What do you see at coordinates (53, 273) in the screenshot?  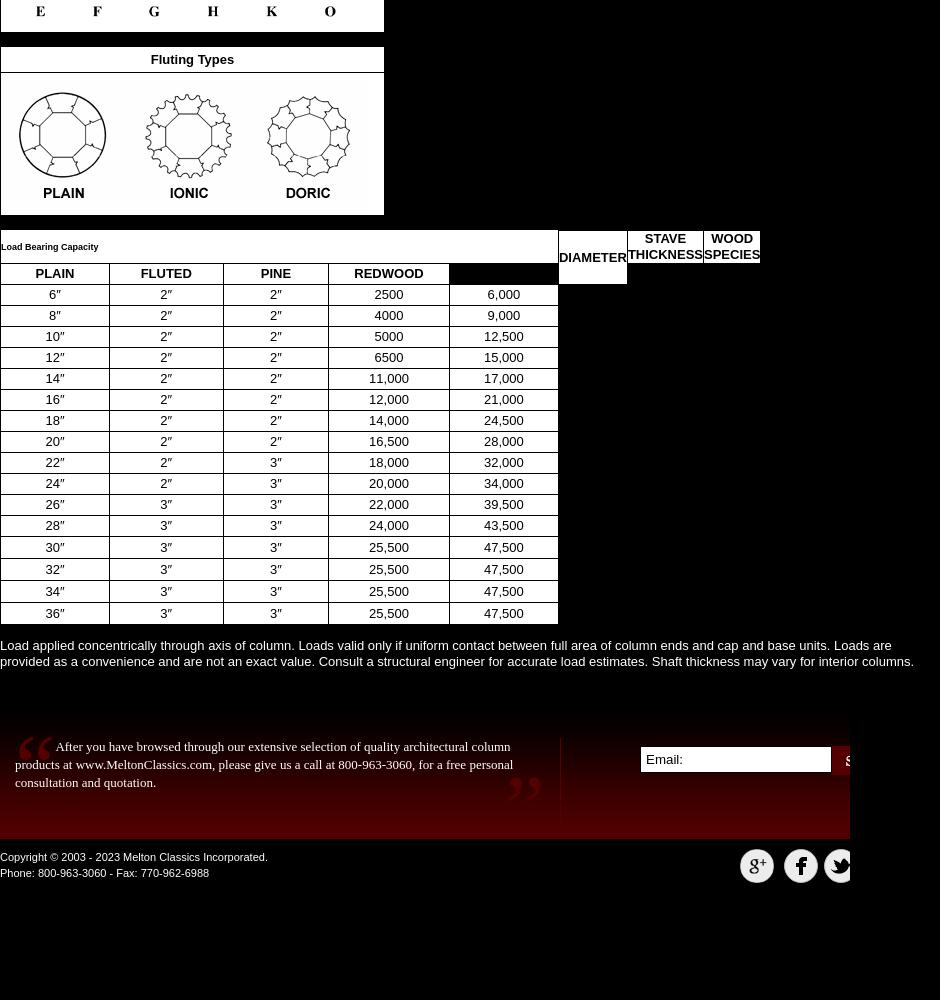 I see `'PLAIN'` at bounding box center [53, 273].